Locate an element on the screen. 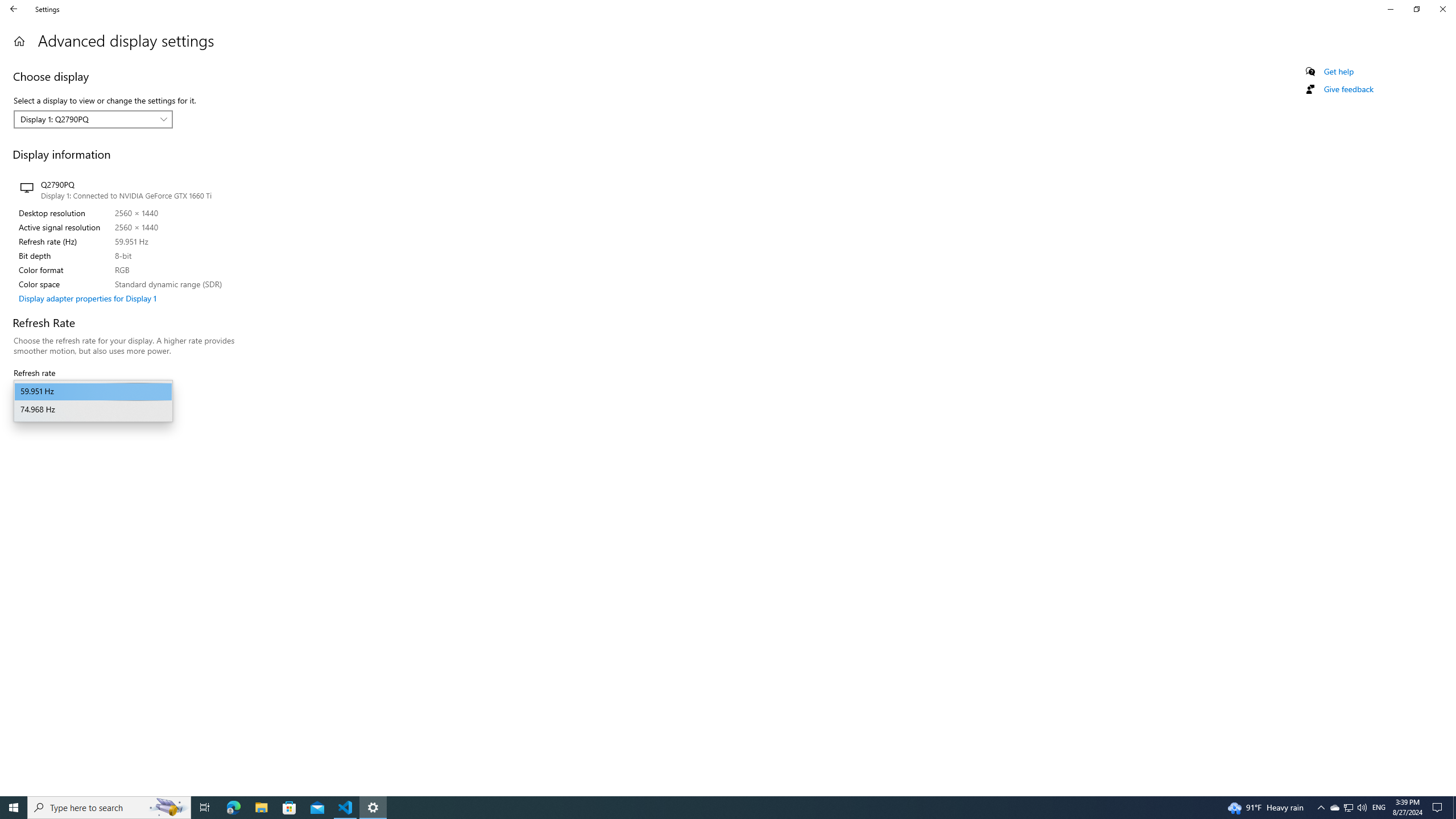  'Tray Input Indicator - English (United States)' is located at coordinates (1379, 806).